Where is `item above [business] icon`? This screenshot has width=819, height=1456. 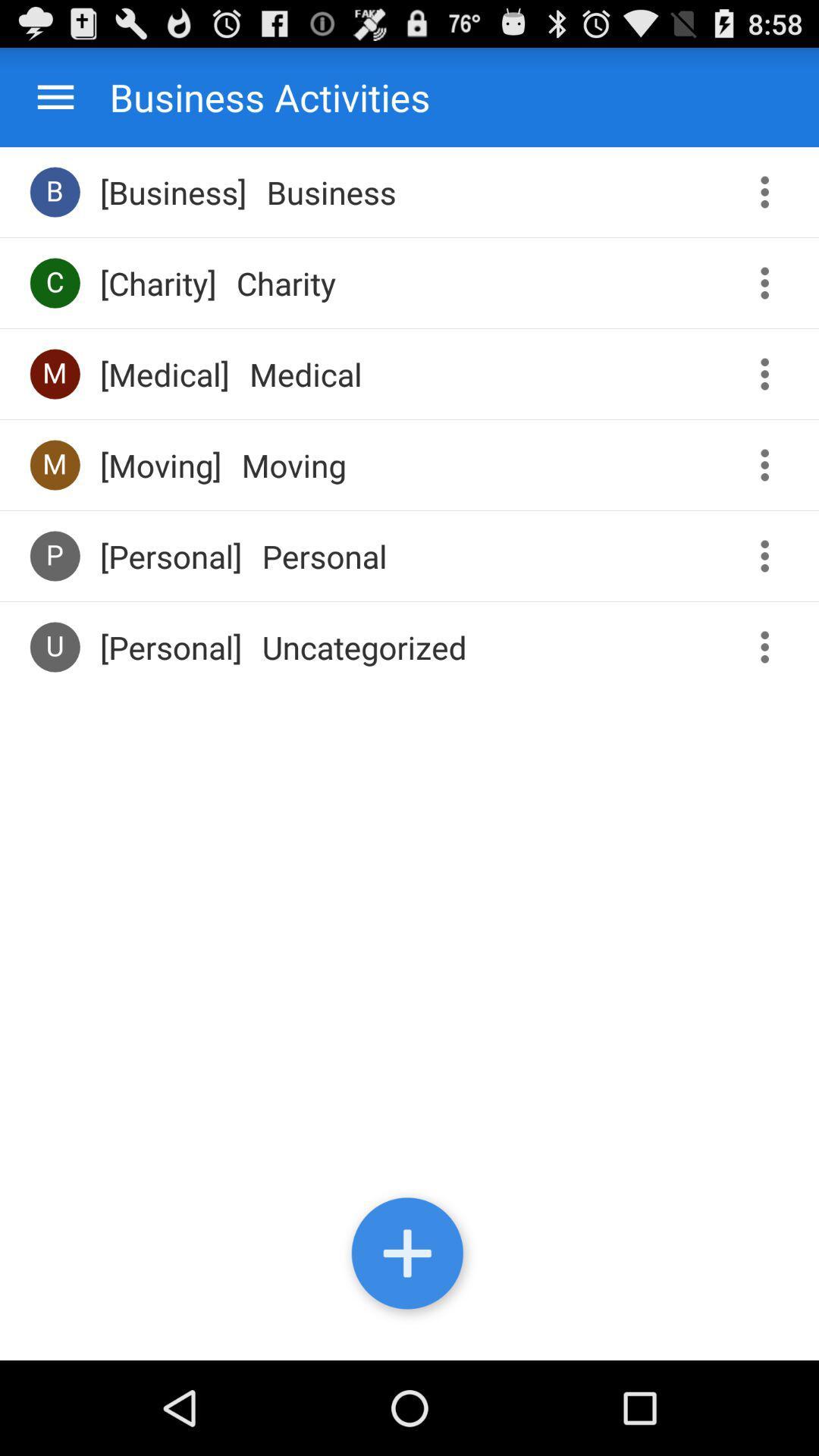
item above [business] icon is located at coordinates (254, 96).